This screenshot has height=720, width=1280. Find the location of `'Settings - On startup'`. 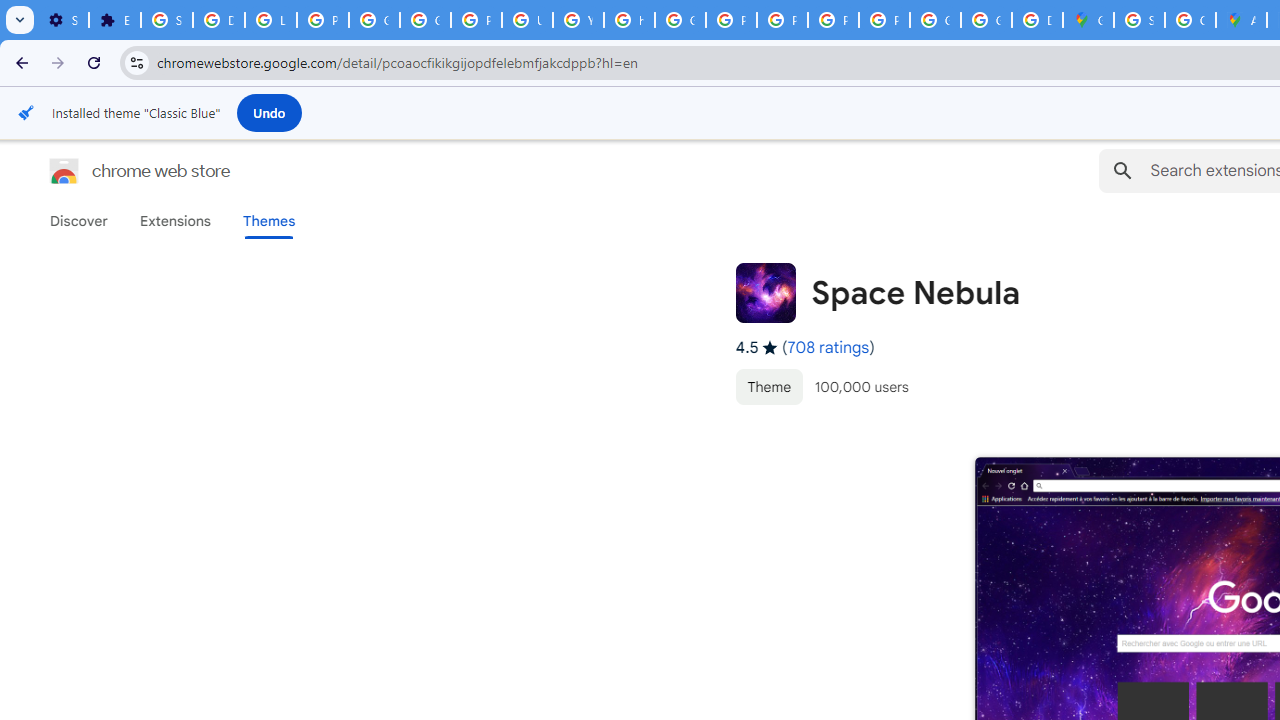

'Settings - On startup' is located at coordinates (63, 20).